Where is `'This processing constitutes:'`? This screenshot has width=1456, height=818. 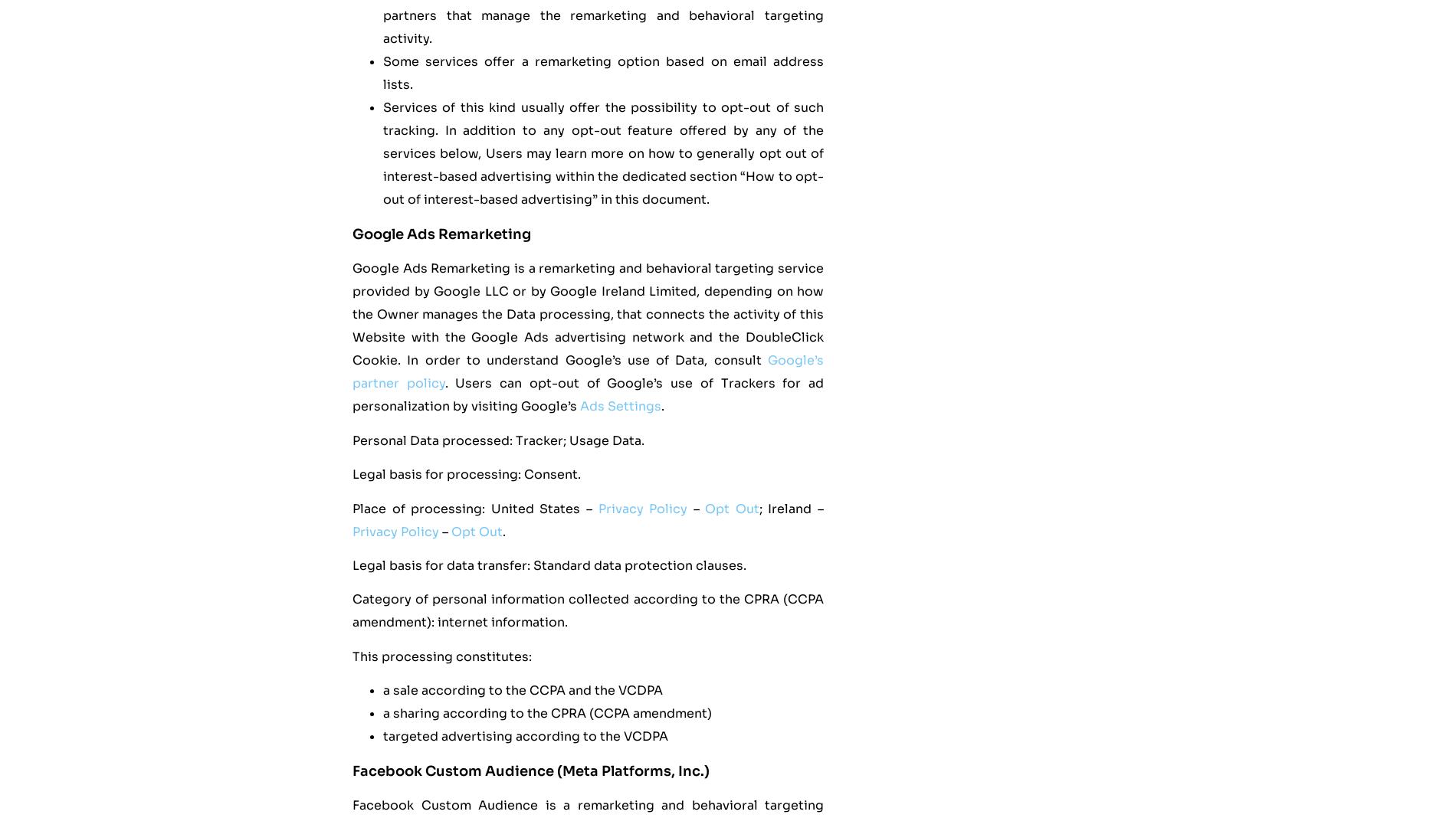
'This processing constitutes:' is located at coordinates (442, 655).